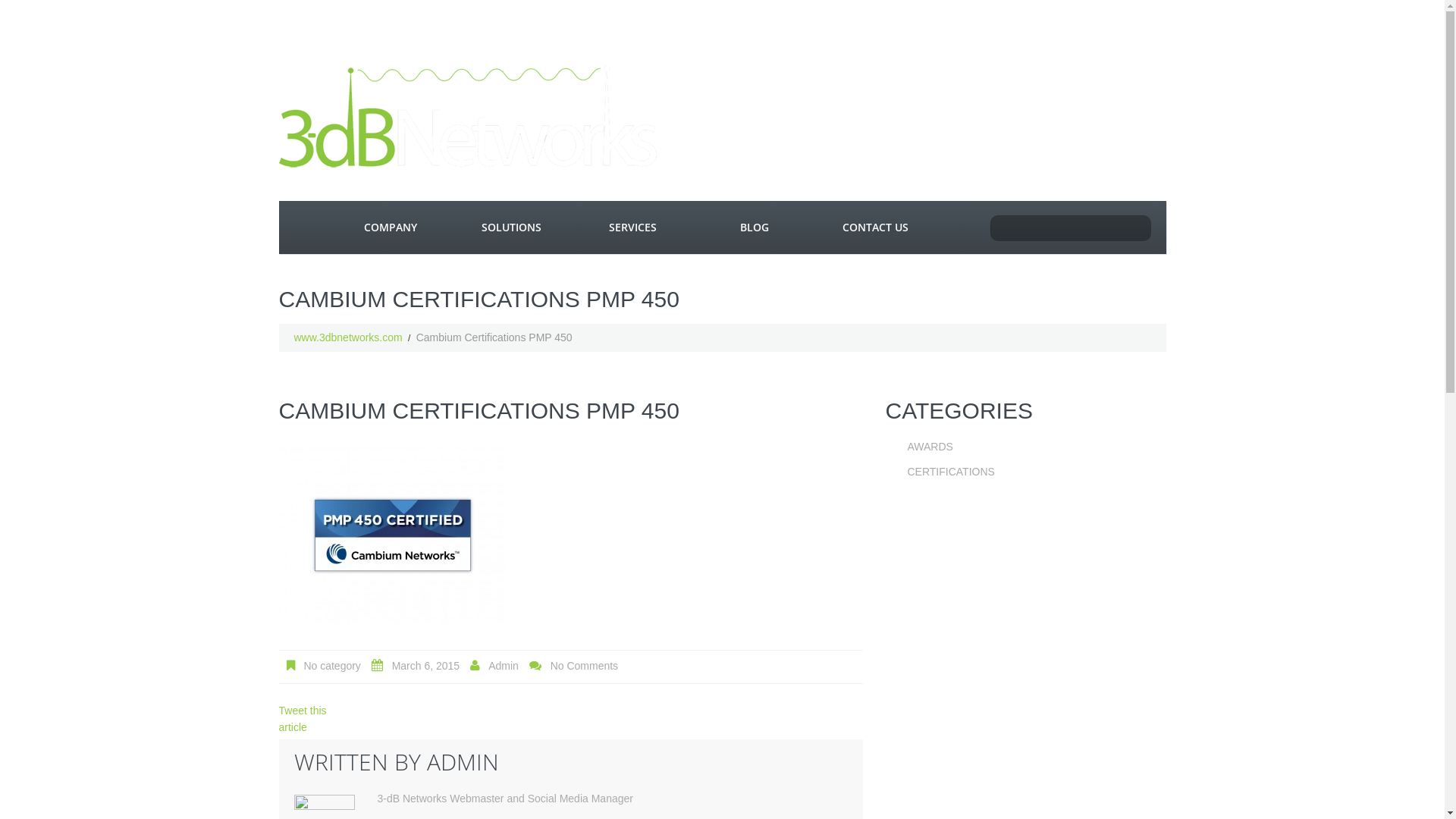  Describe the element at coordinates (461, 761) in the screenshot. I see `'ADMIN'` at that location.